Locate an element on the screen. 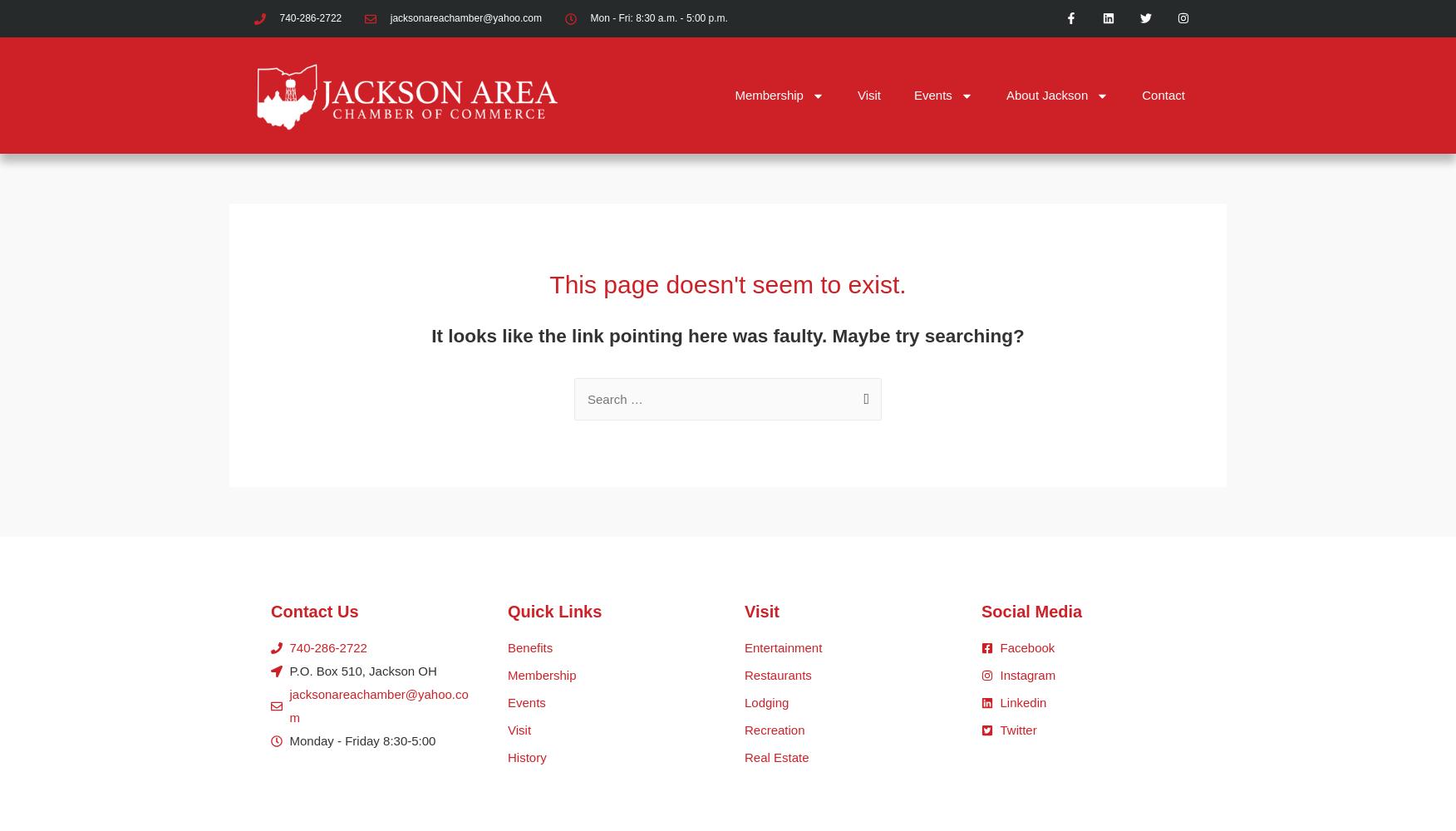 The height and width of the screenshot is (831, 1456). 'Instagram' is located at coordinates (1027, 675).